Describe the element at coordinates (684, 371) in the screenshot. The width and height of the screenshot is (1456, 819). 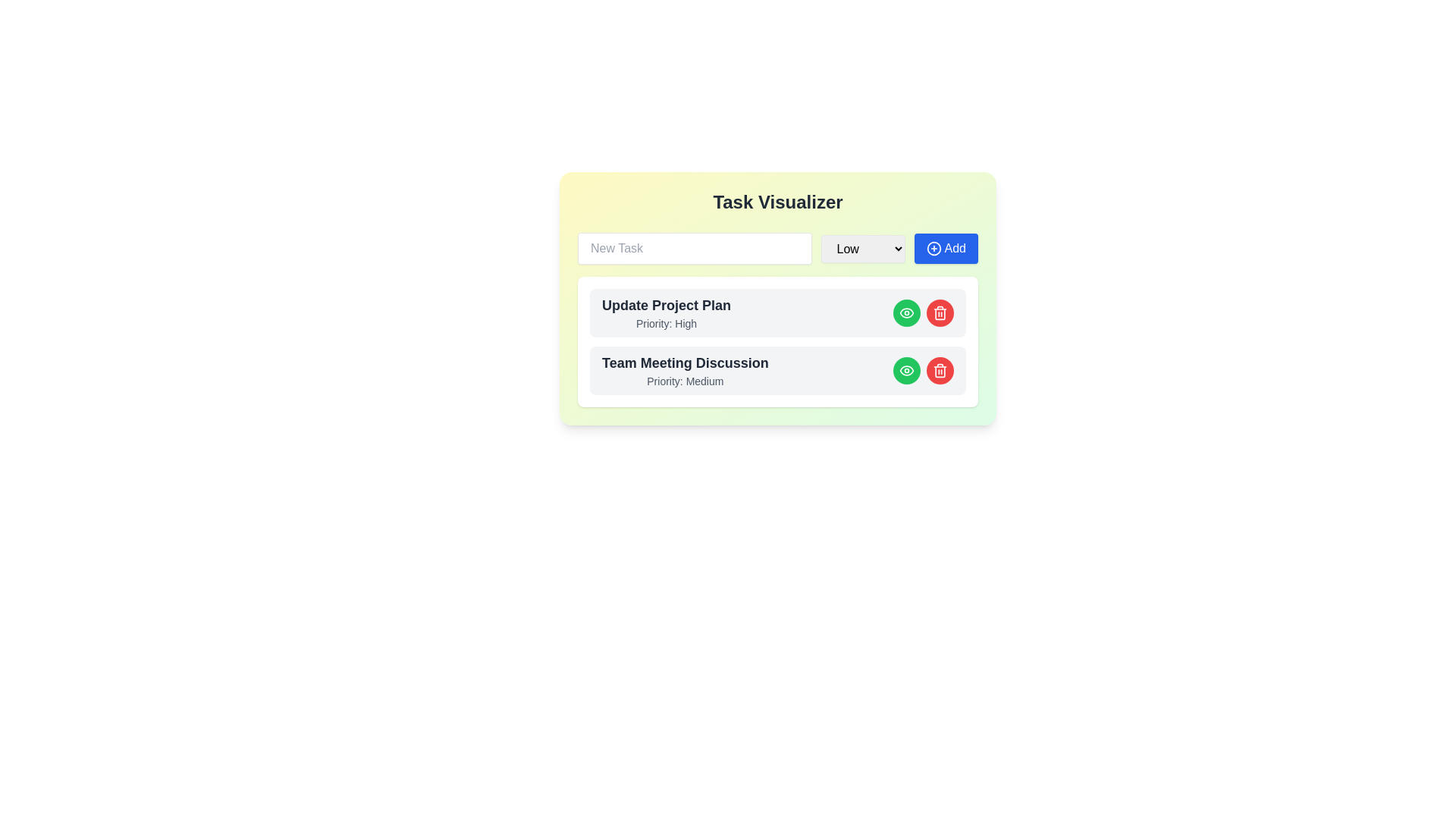
I see `the Text and Icon Group that displays 'Team Meeting Discussion' and 'Priority: Medium', located below the 'Update Project Plan' task item` at that location.